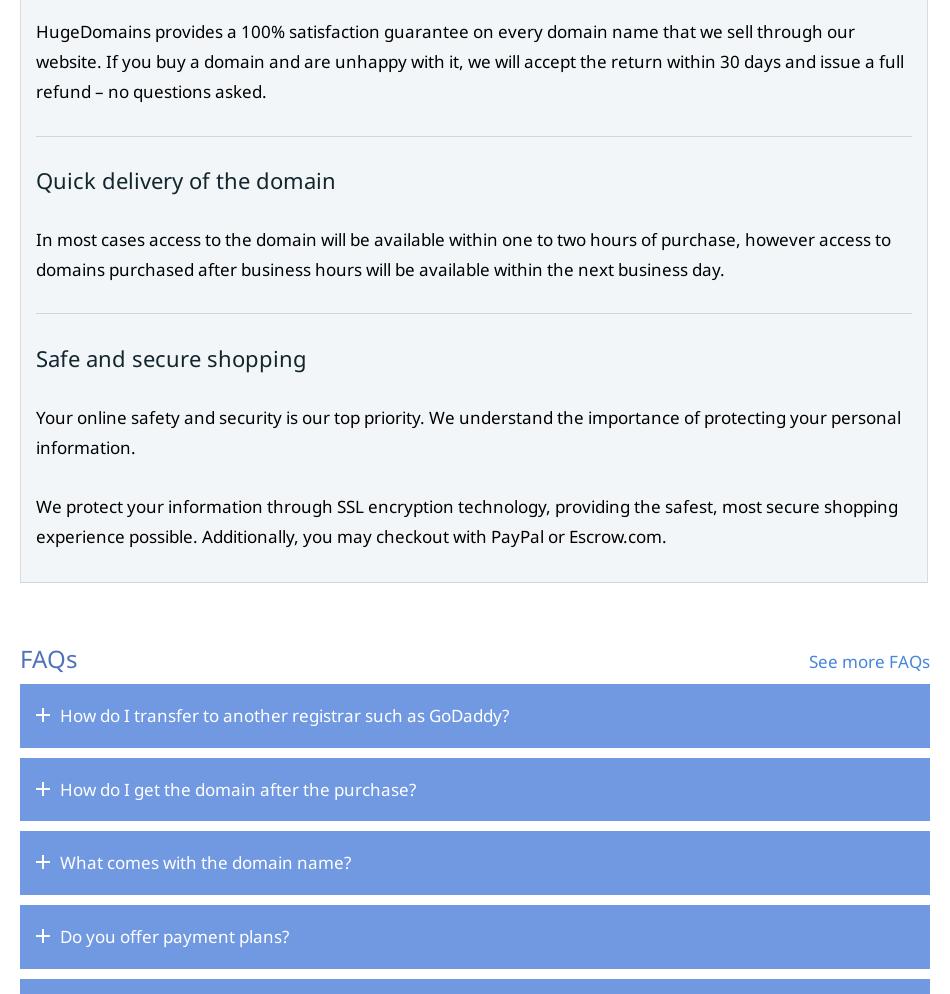 The image size is (950, 994). What do you see at coordinates (868, 660) in the screenshot?
I see `'See more FAQs'` at bounding box center [868, 660].